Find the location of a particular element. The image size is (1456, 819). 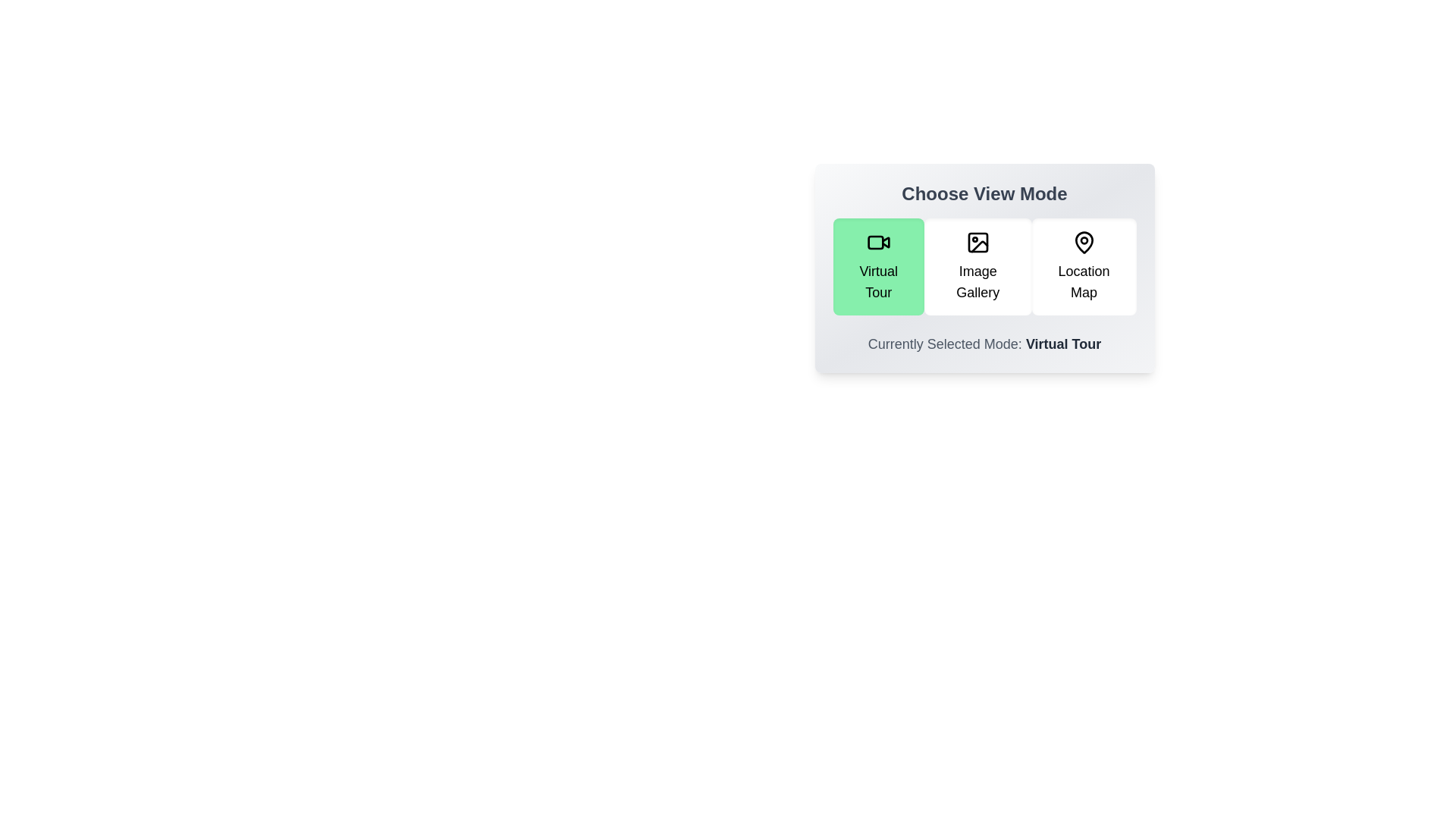

the button labeled Image Gallery is located at coordinates (977, 265).